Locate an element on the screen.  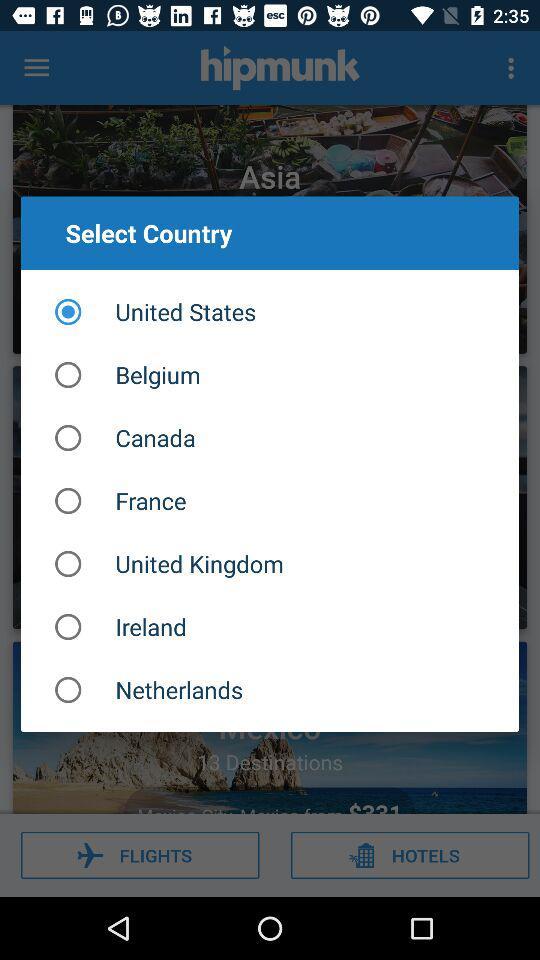
the item above the canada item is located at coordinates (270, 373).